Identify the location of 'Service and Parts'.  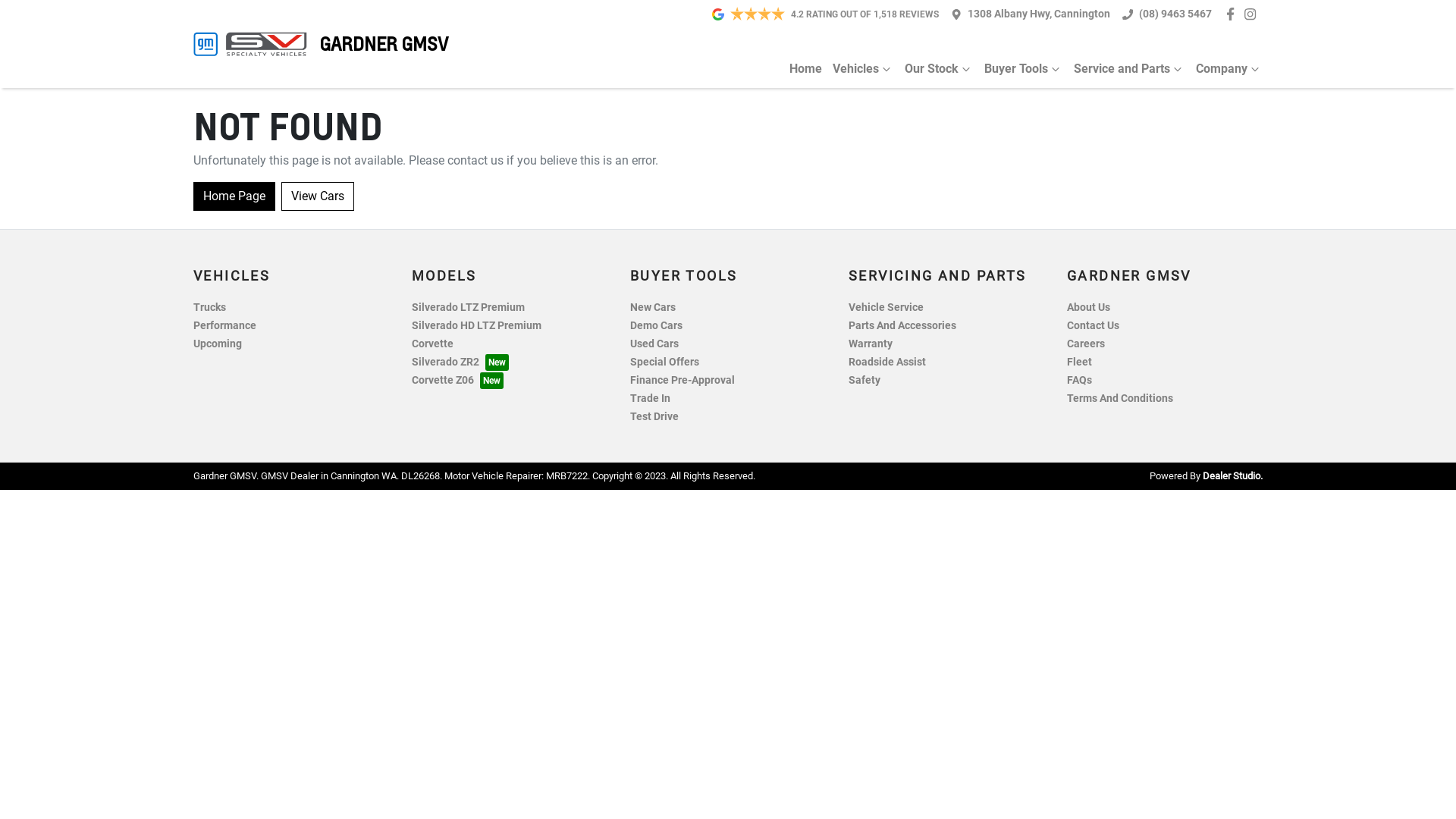
(1124, 69).